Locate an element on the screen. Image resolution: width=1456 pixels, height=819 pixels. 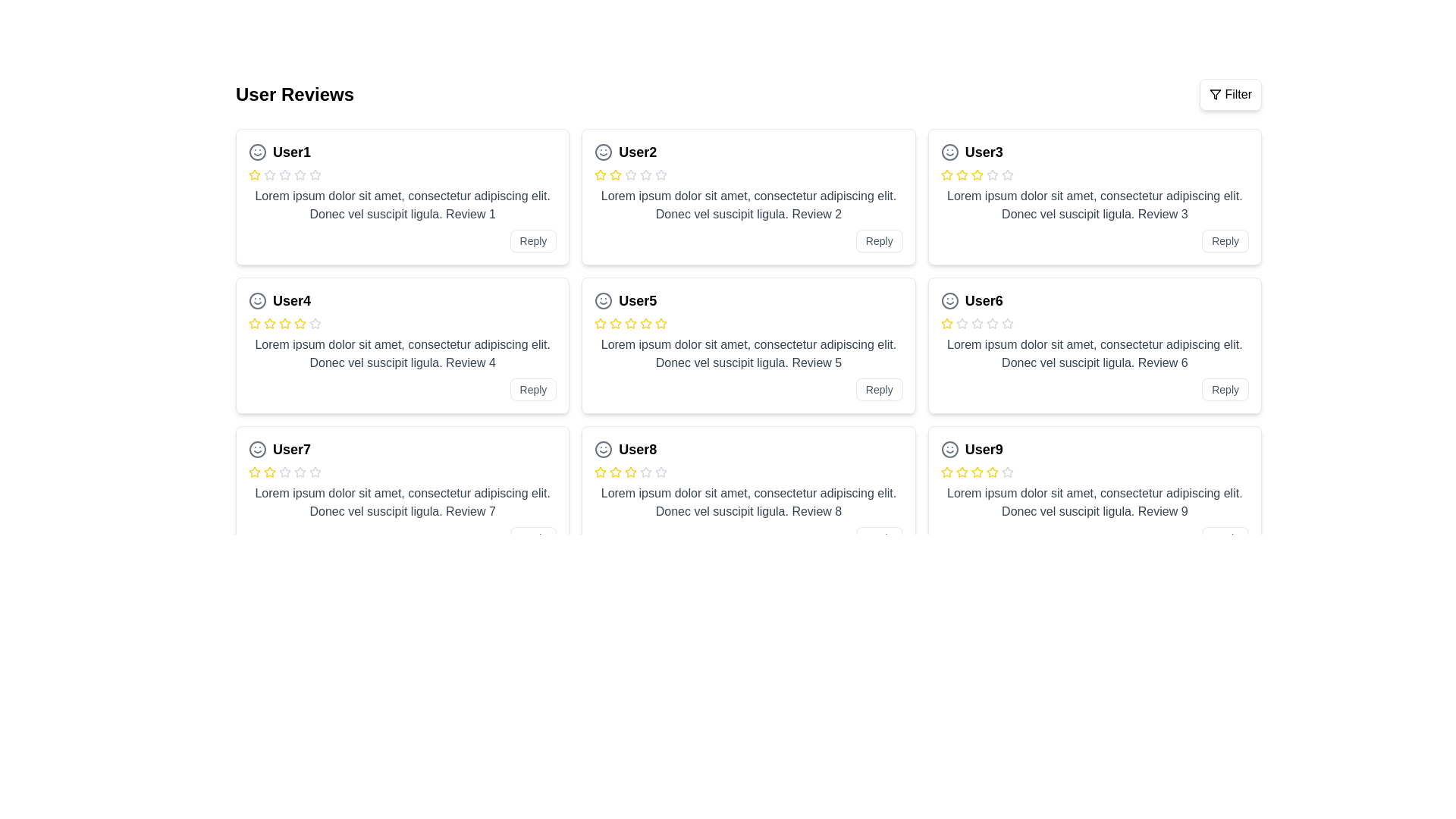
the Text block element displaying the user review that reads: 'Lorem ipsum dolor sit amet, consectetur adipiscing elit. Donec vel suscipit ligula. Review 5', which is centered within its card is located at coordinates (748, 353).